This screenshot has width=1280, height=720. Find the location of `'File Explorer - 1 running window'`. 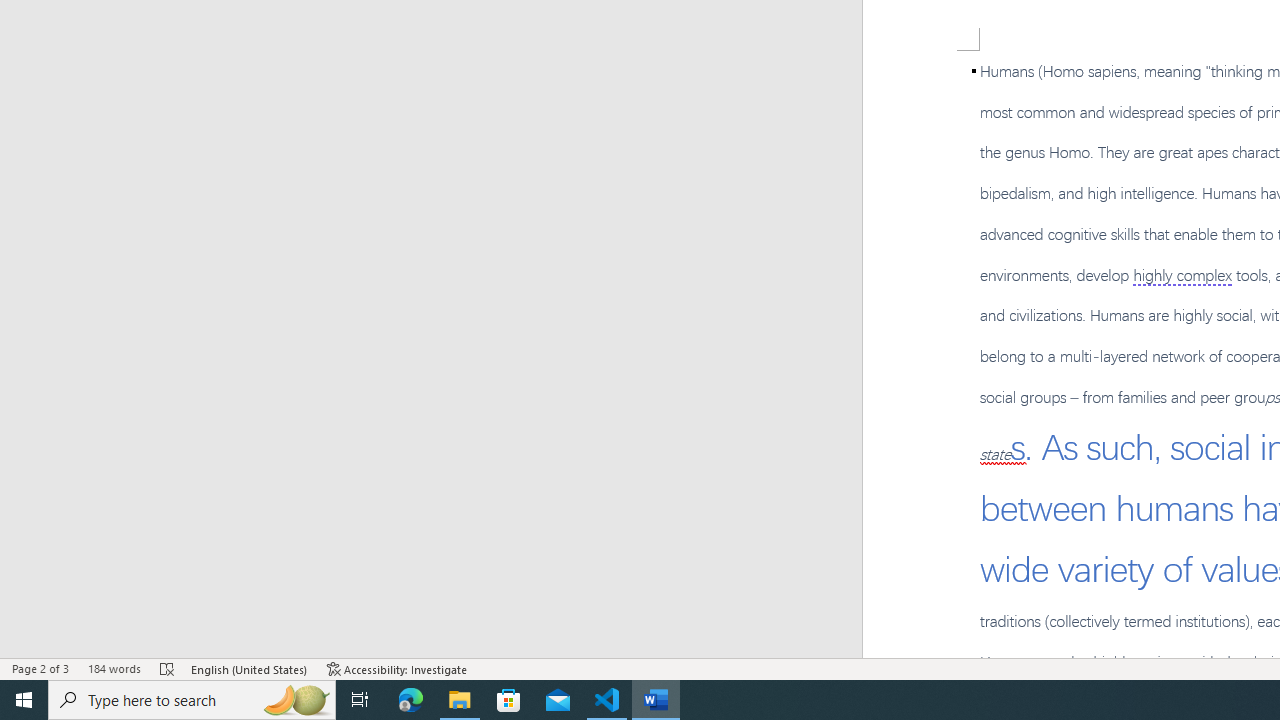

'File Explorer - 1 running window' is located at coordinates (459, 698).